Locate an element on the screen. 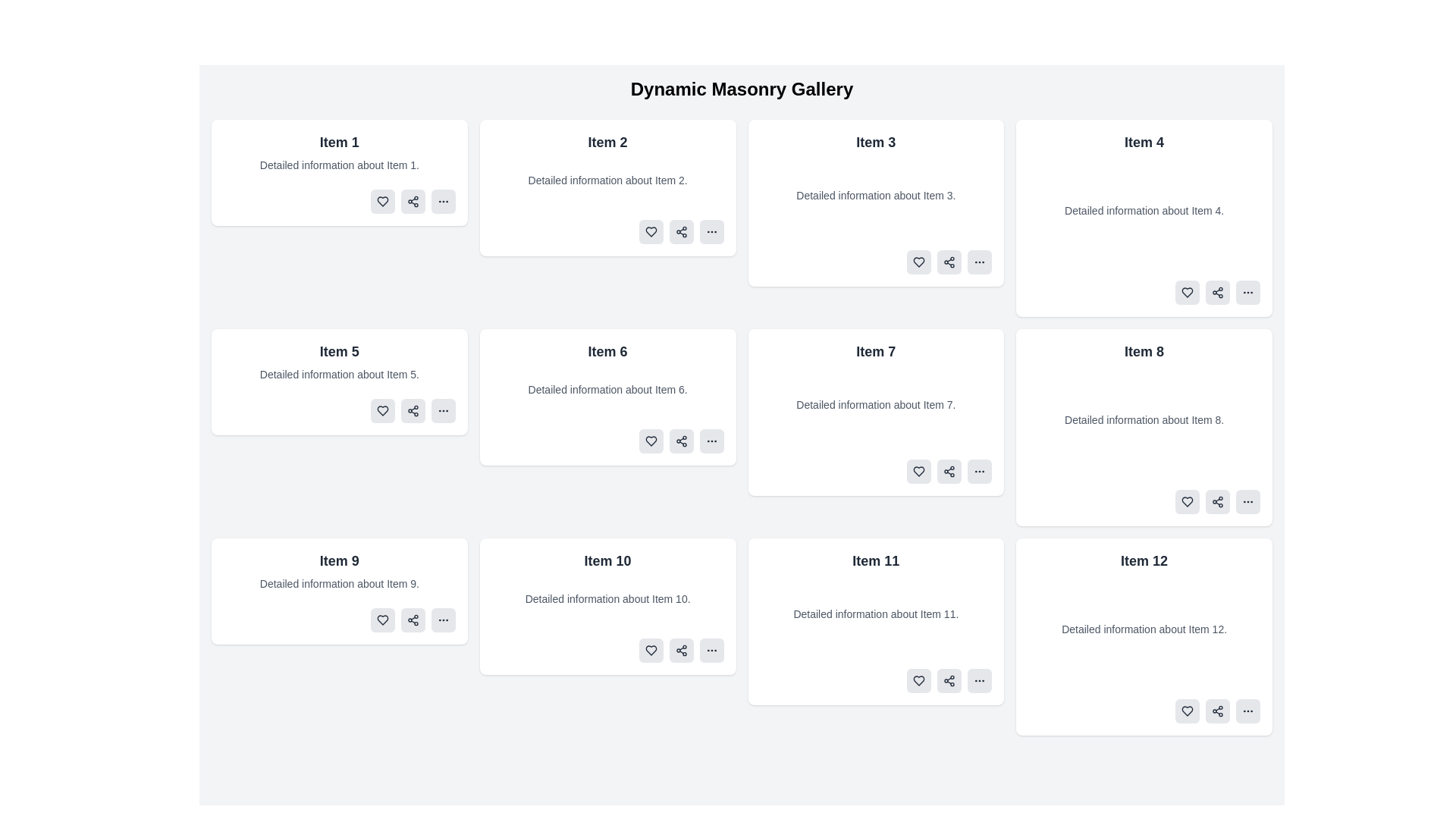 This screenshot has width=1456, height=819. the text block providing supplementary information located directly below the title of the card titled 'Item 5' in the second card of the left column is located at coordinates (338, 374).